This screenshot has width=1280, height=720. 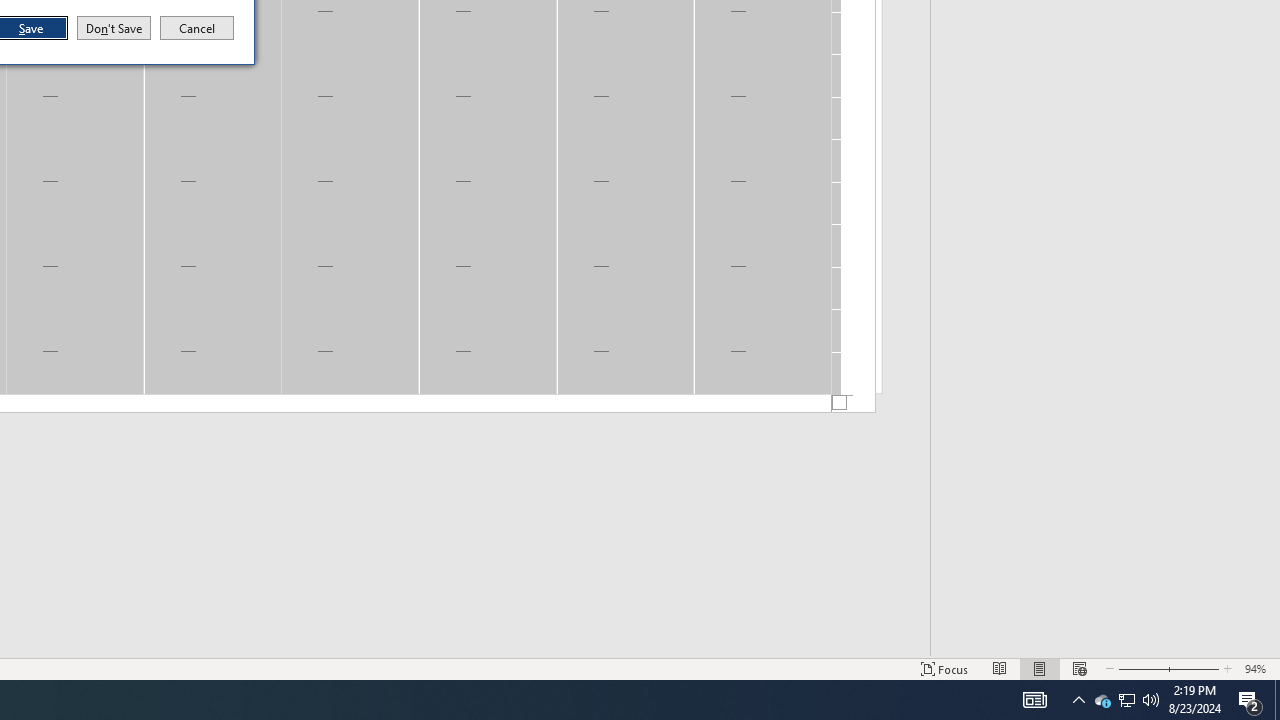 I want to click on 'Action Center, 2 new notifications', so click(x=1250, y=698).